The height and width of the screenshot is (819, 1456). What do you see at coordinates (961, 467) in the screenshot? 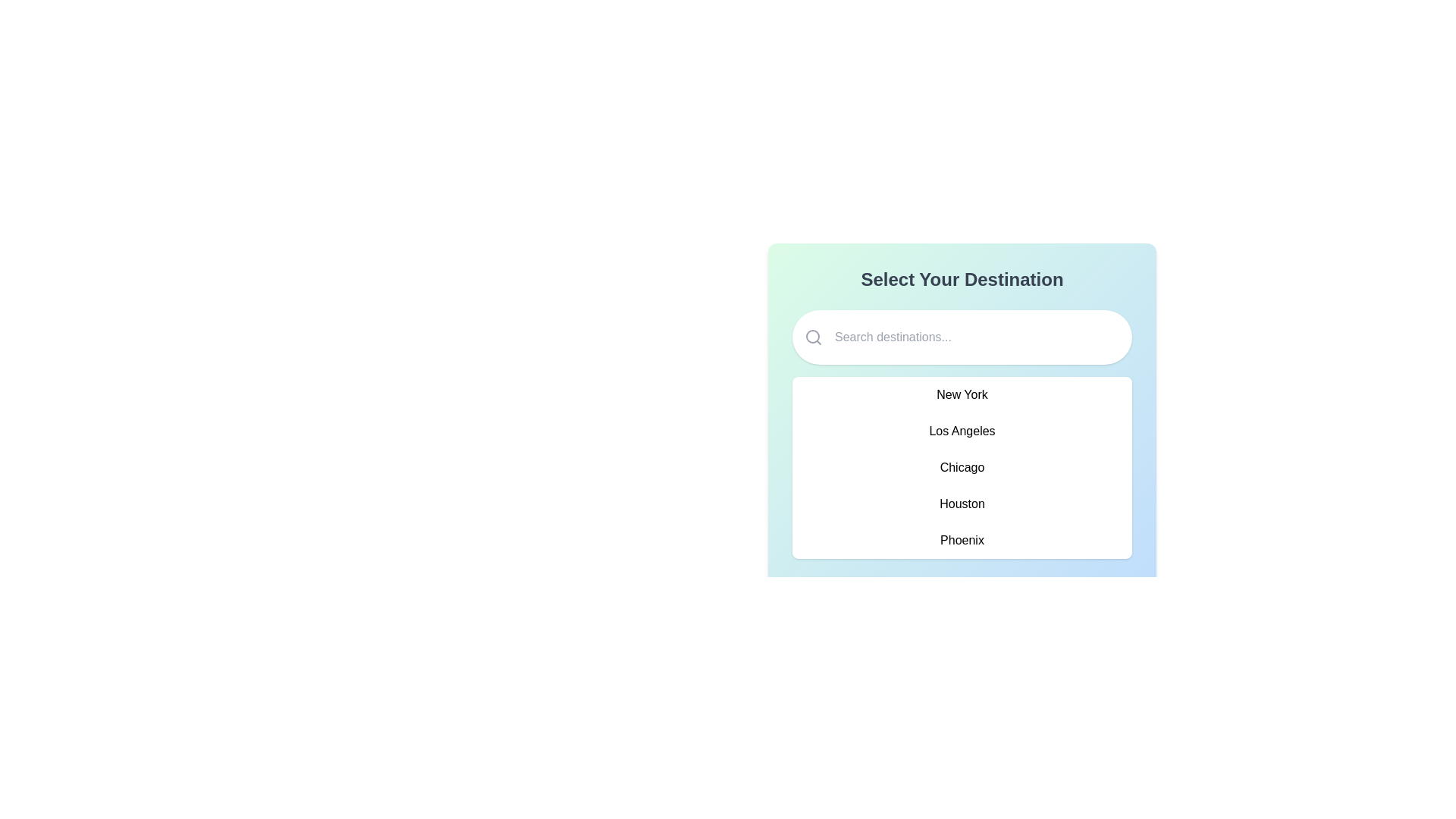
I see `the list item displaying 'Chicago', which is the third item in a vertically aligned list of destinations` at bounding box center [961, 467].